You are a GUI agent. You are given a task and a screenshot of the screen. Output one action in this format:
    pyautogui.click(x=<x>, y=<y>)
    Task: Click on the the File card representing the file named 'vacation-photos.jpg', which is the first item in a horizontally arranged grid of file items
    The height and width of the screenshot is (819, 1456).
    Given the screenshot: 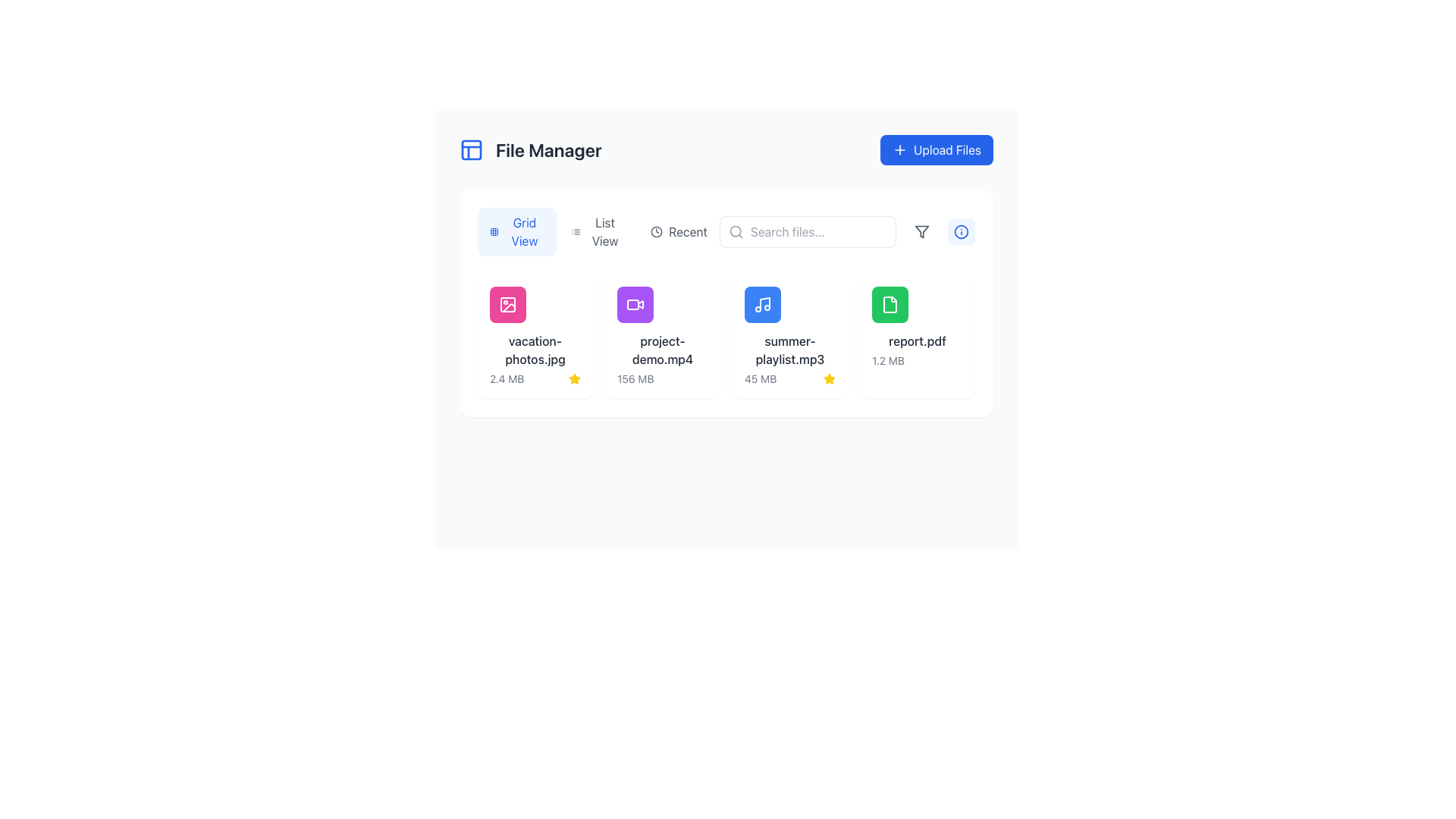 What is the action you would take?
    pyautogui.click(x=535, y=335)
    